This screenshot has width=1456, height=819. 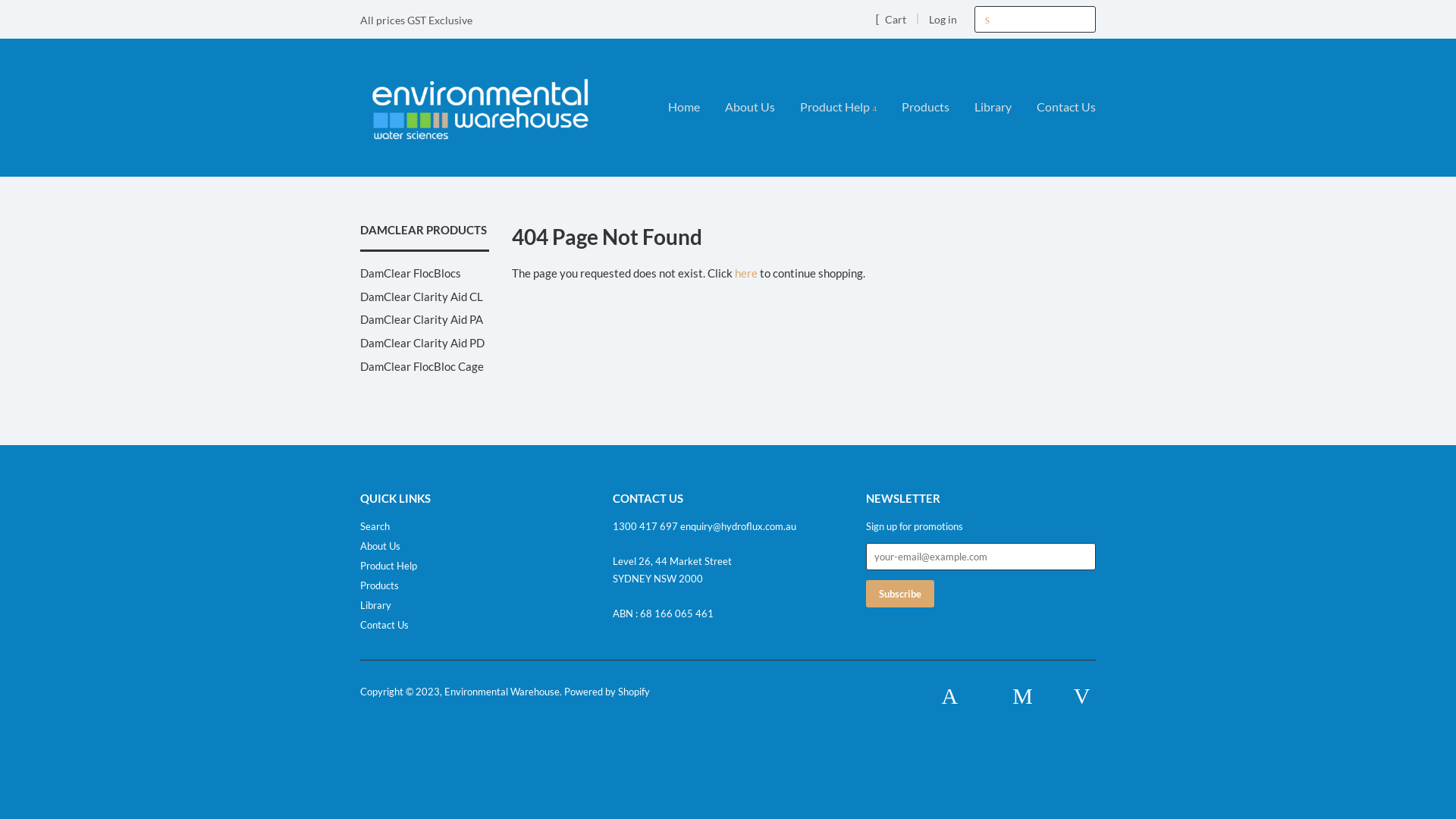 I want to click on 'DamClear Clarity Aid PD', so click(x=422, y=342).